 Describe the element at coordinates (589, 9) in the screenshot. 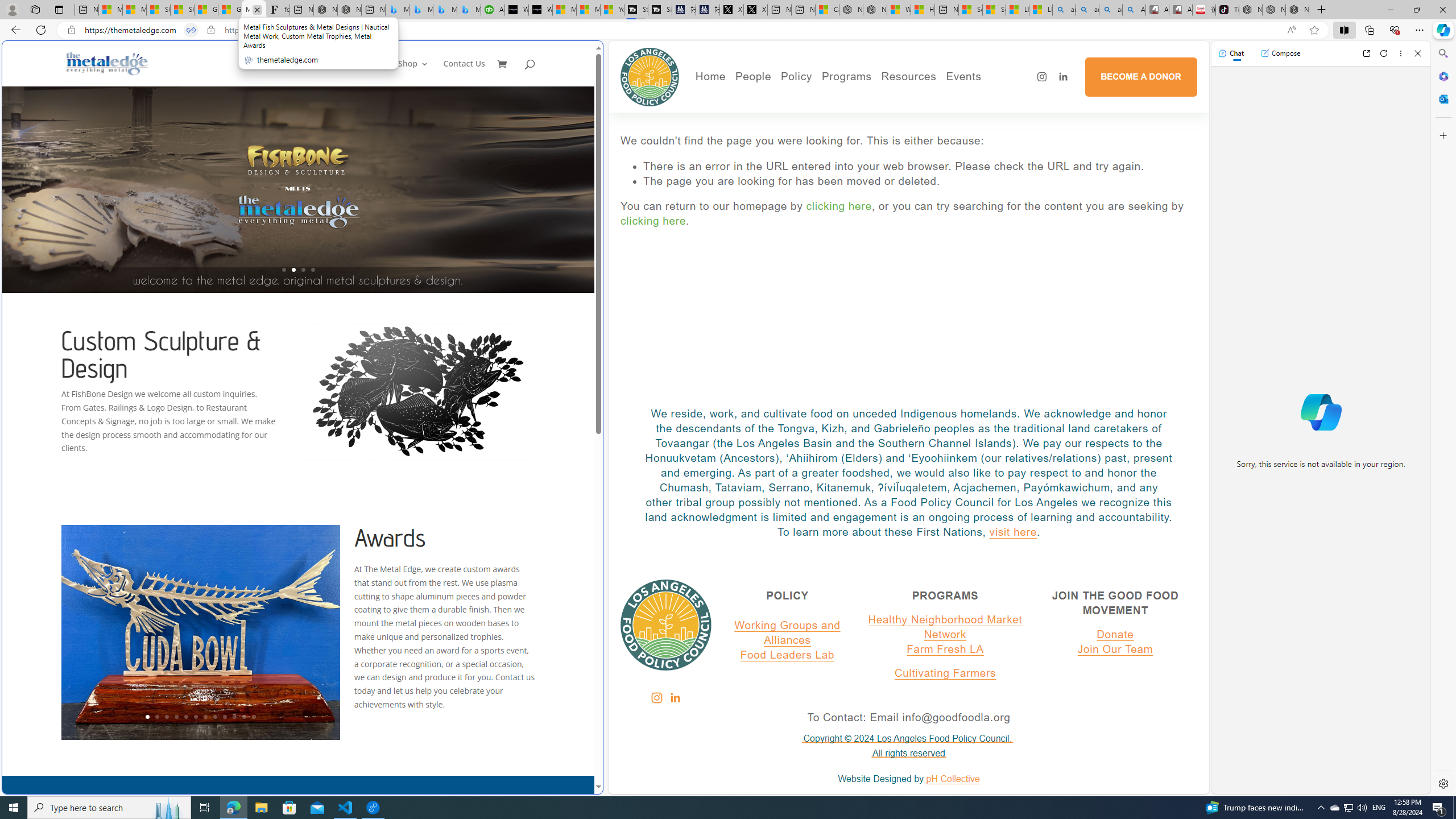

I see `'Microsoft Start'` at that location.